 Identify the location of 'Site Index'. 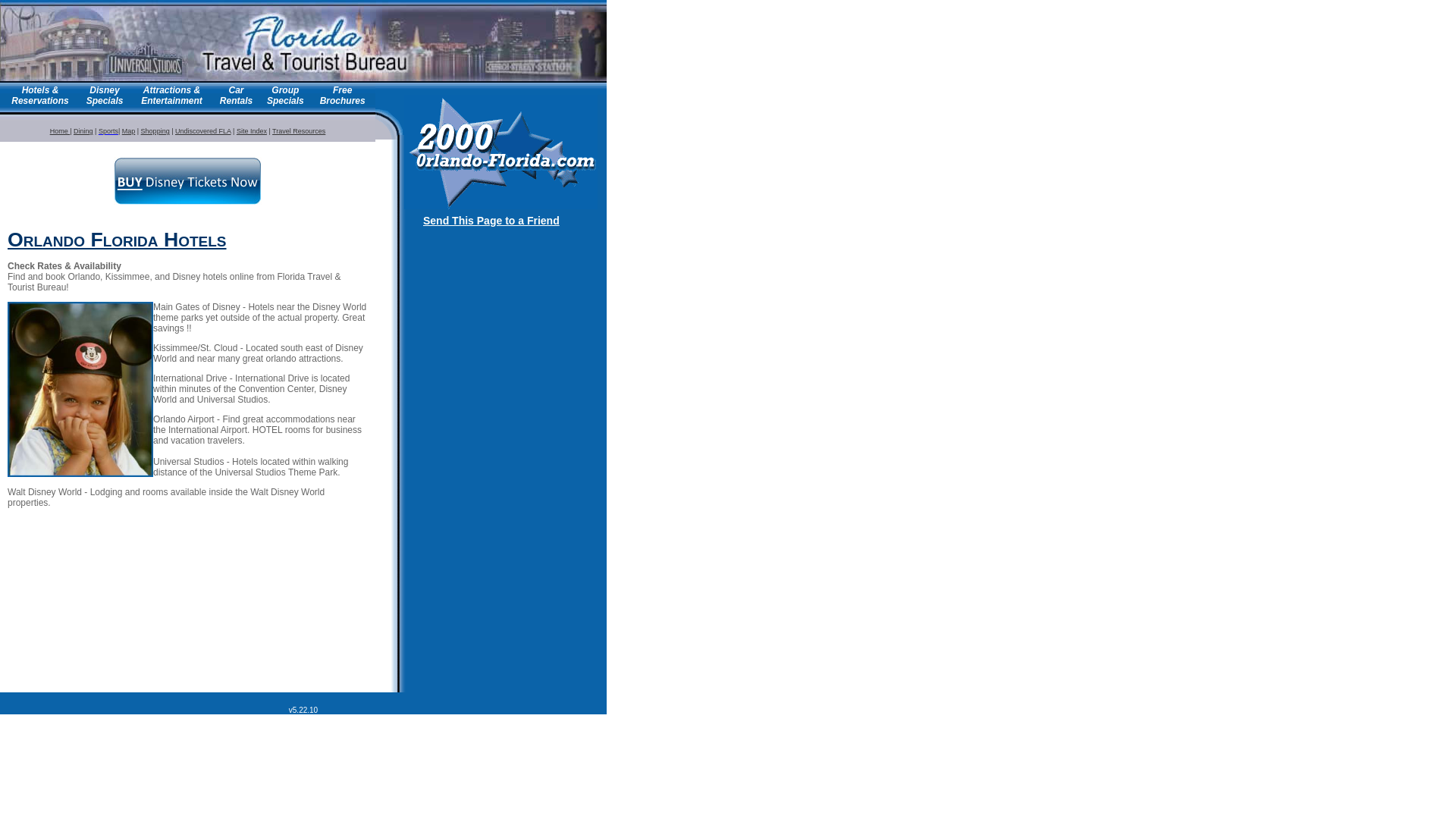
(251, 130).